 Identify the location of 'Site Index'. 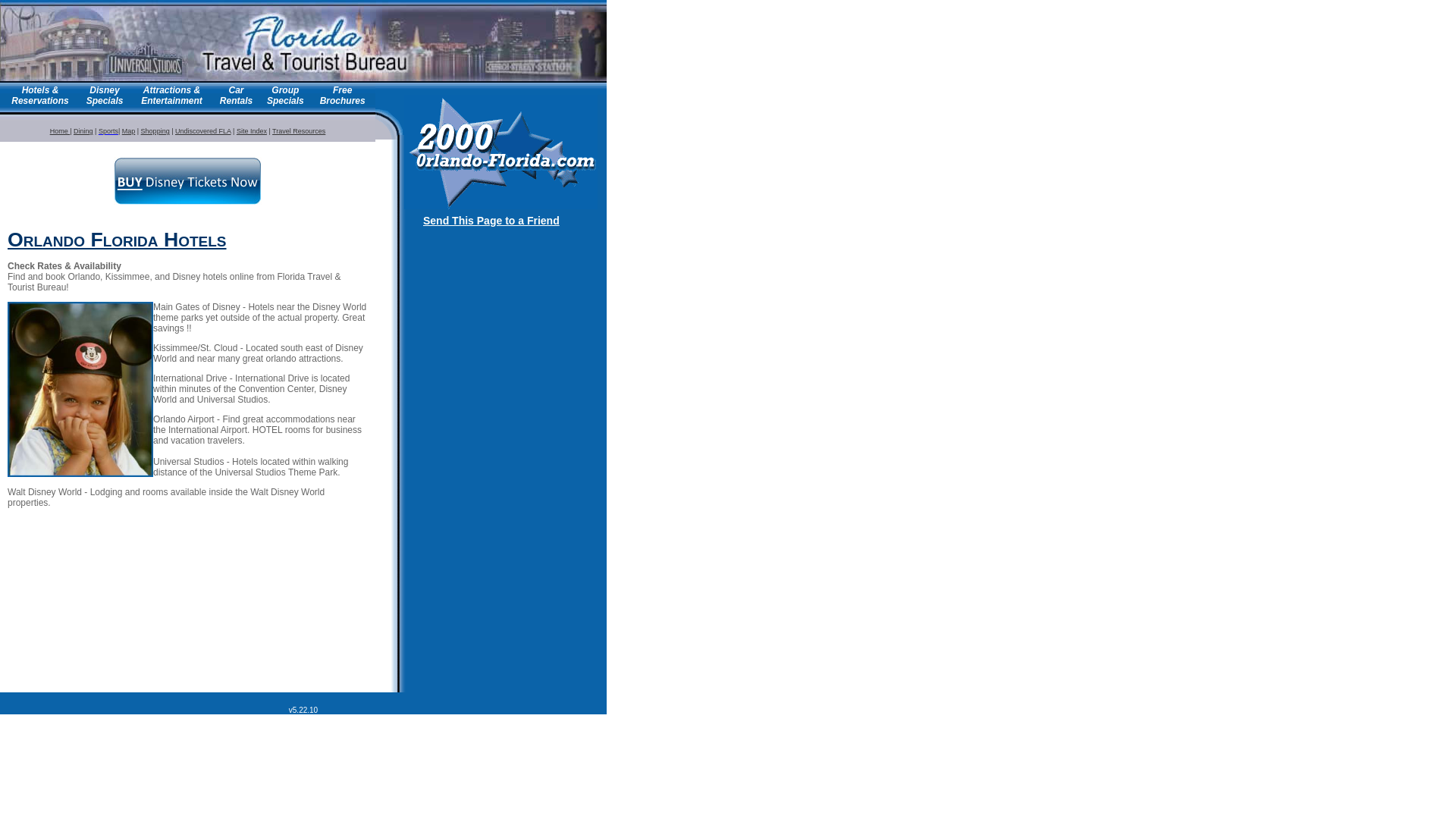
(251, 130).